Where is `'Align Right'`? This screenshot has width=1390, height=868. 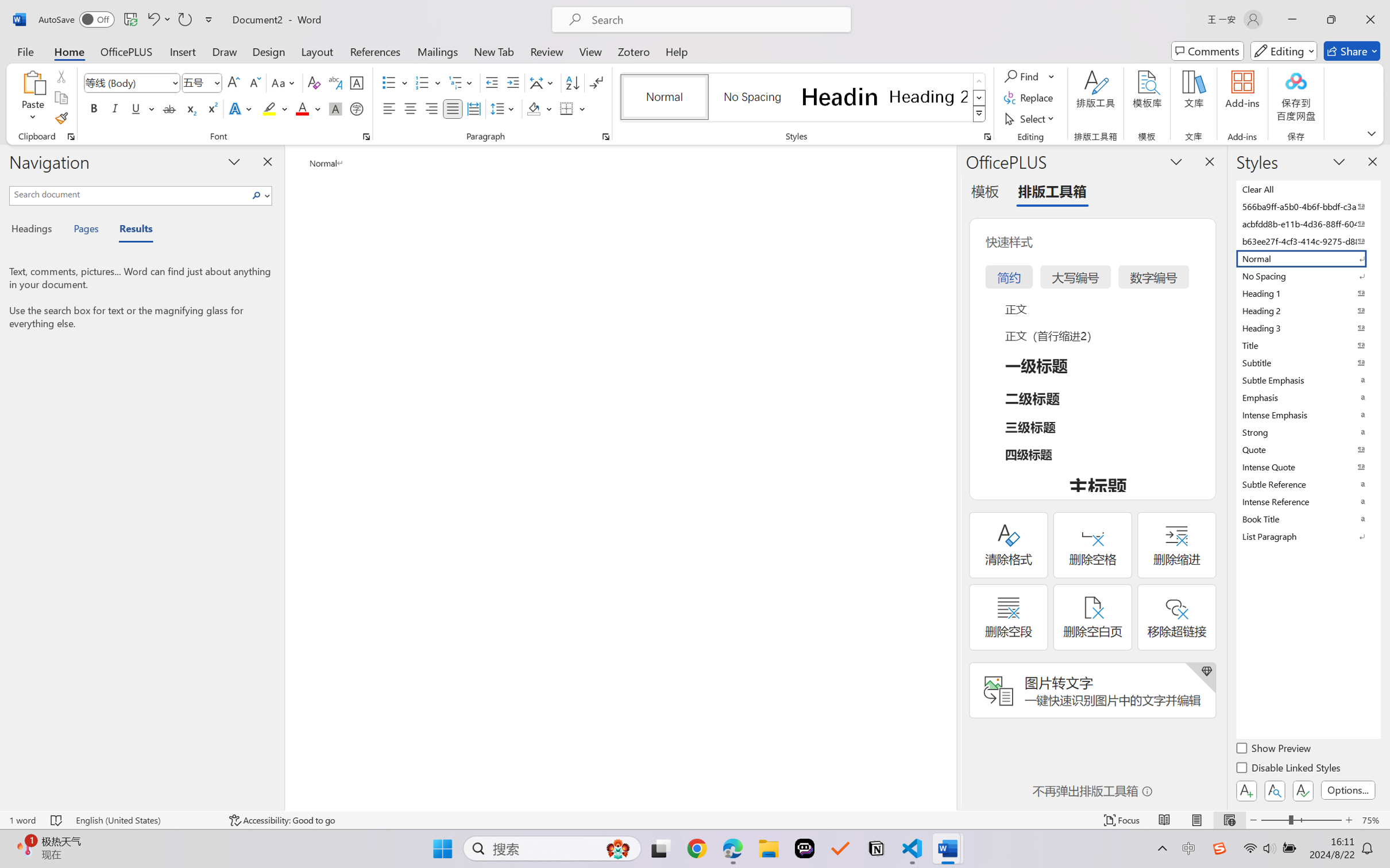 'Align Right' is located at coordinates (432, 108).